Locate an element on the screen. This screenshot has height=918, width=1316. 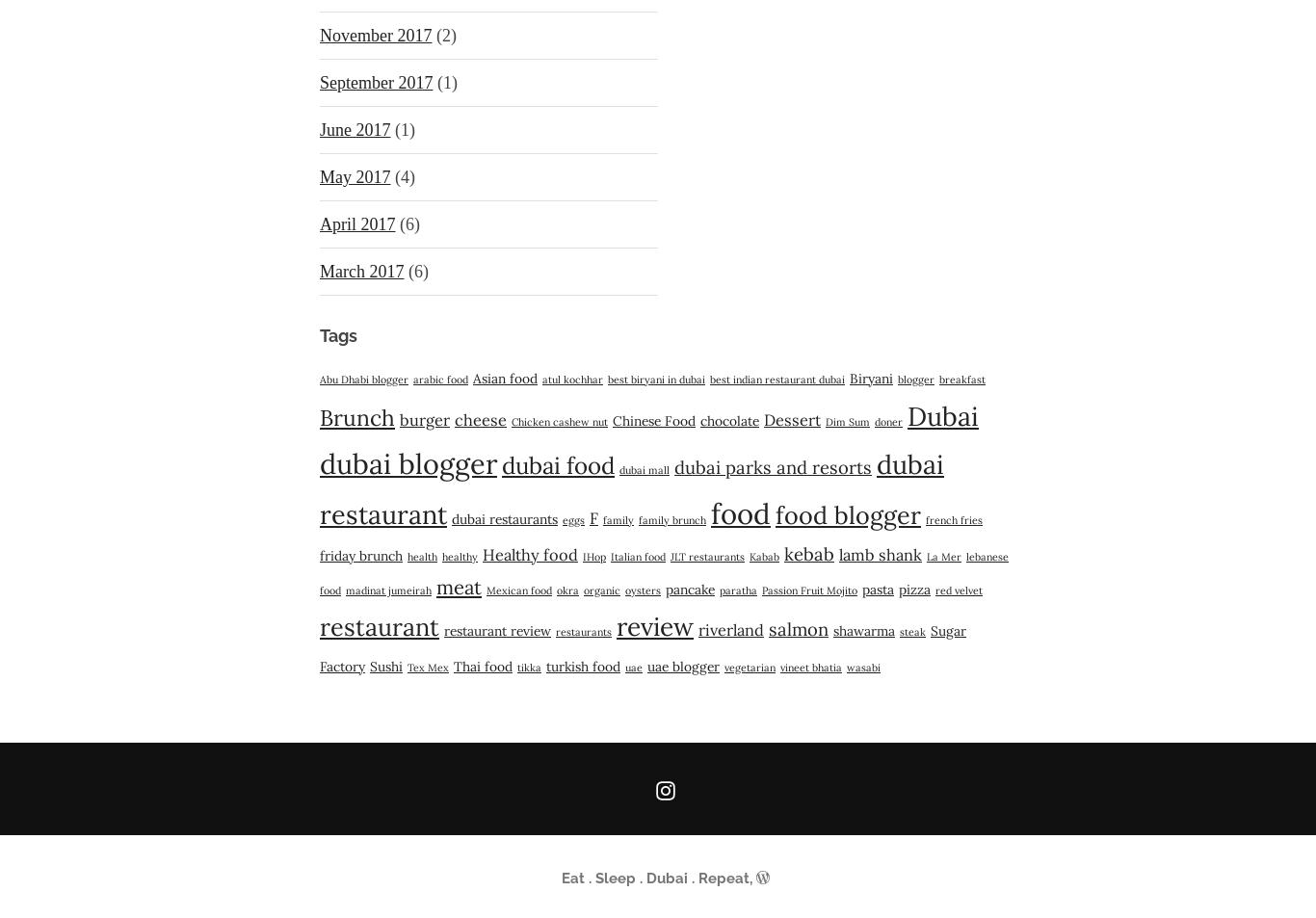
'uae blogger' is located at coordinates (683, 666).